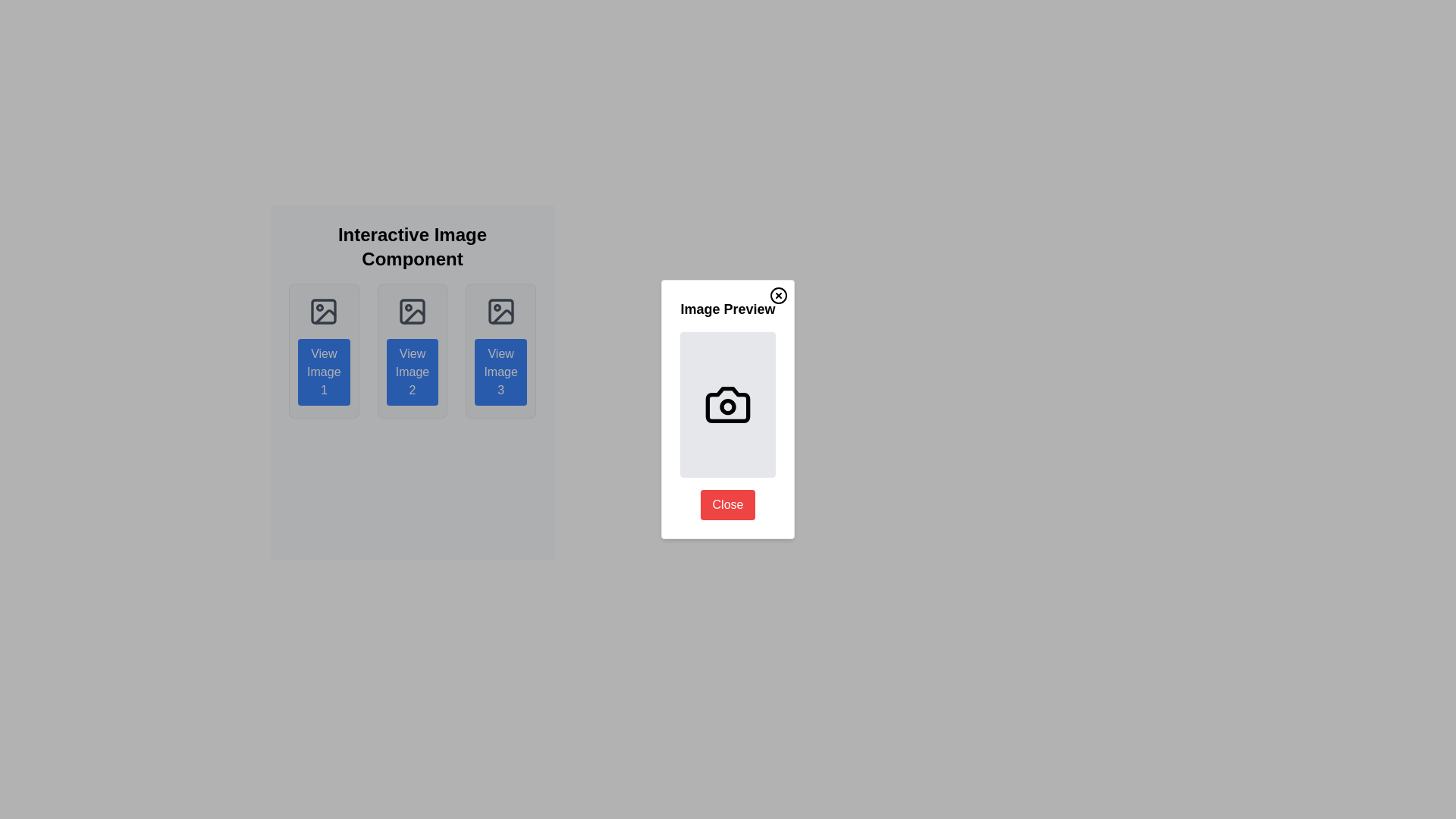 The image size is (1456, 819). What do you see at coordinates (412, 350) in the screenshot?
I see `the second button labeled 'View Image 2' located below the header 'Interactive Image Component'` at bounding box center [412, 350].